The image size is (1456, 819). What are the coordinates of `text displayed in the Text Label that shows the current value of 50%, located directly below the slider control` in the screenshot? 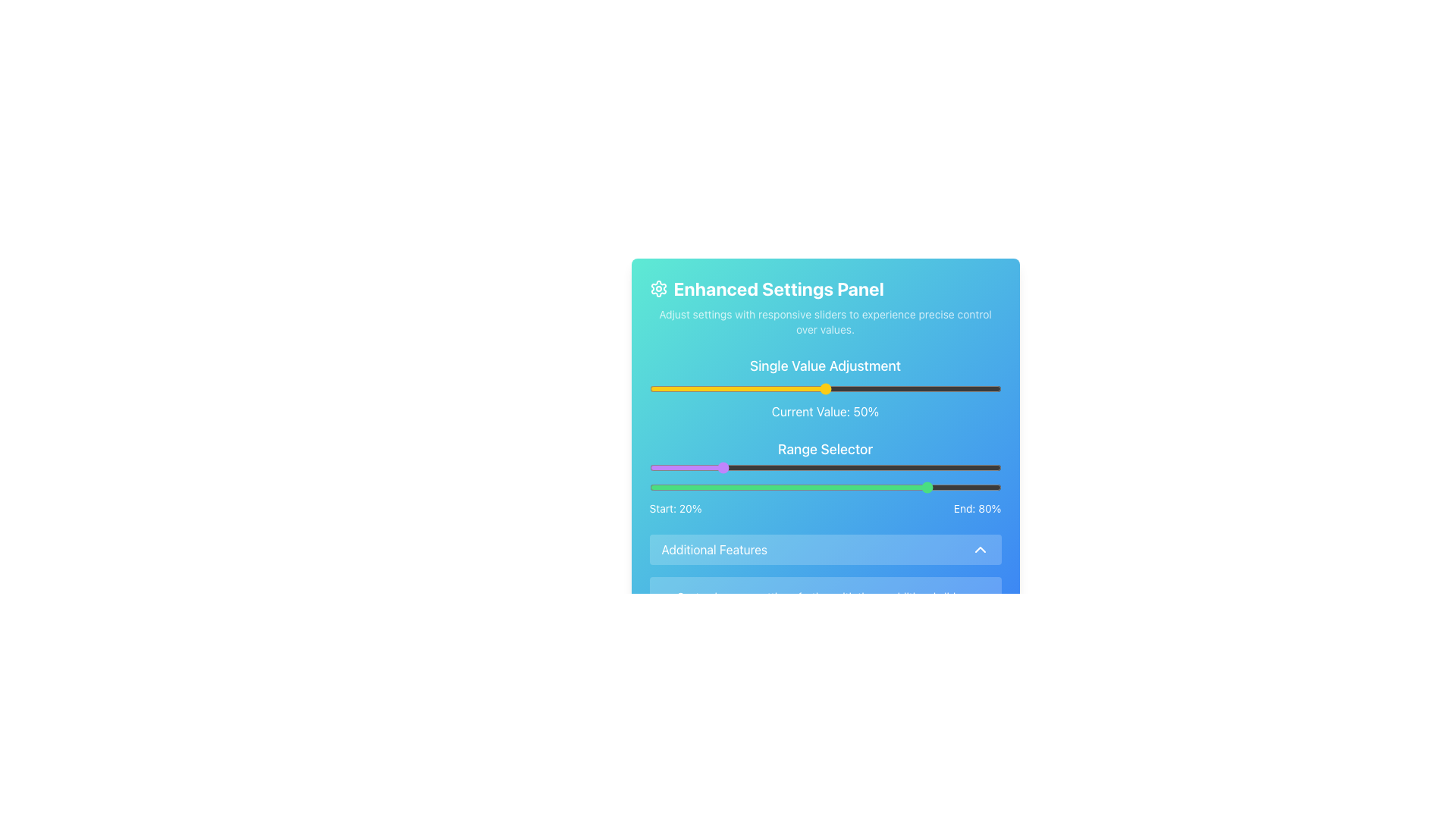 It's located at (824, 412).